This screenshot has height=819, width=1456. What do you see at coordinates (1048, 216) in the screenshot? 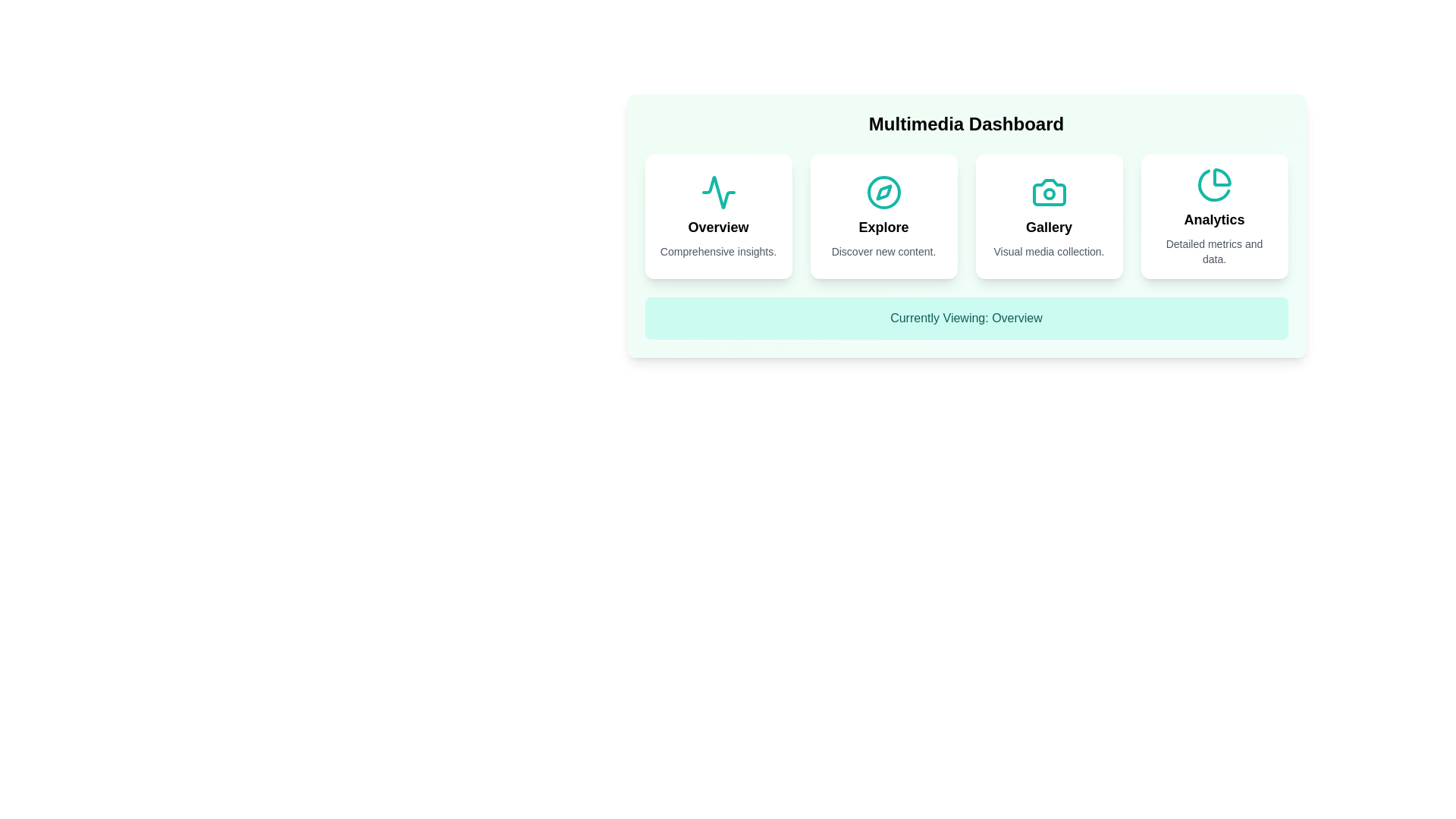
I see `the section card labeled Gallery to preview its animation` at bounding box center [1048, 216].